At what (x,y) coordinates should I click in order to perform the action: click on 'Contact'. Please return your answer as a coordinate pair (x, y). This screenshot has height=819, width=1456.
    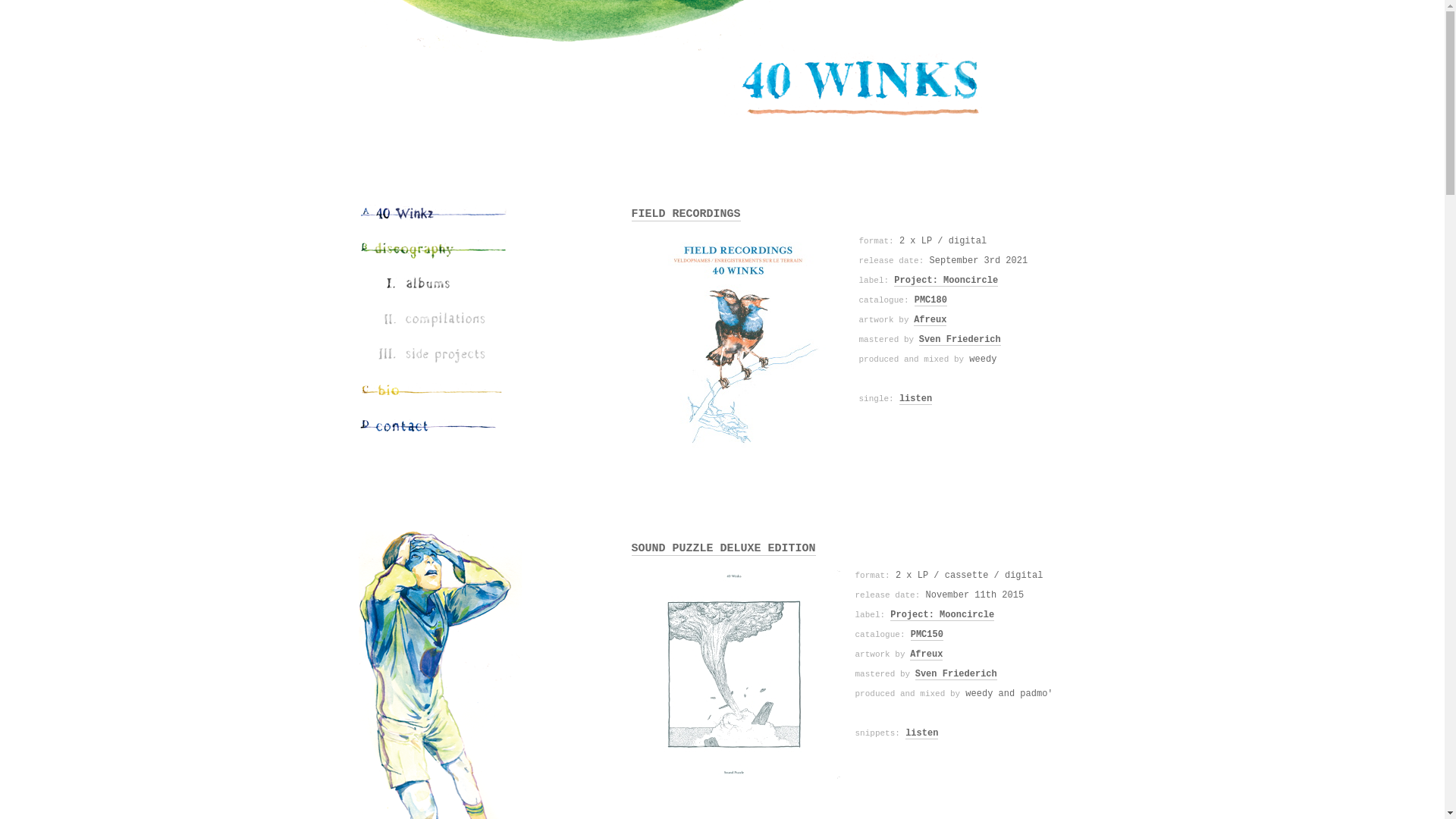
    Looking at the image, I should click on (432, 428).